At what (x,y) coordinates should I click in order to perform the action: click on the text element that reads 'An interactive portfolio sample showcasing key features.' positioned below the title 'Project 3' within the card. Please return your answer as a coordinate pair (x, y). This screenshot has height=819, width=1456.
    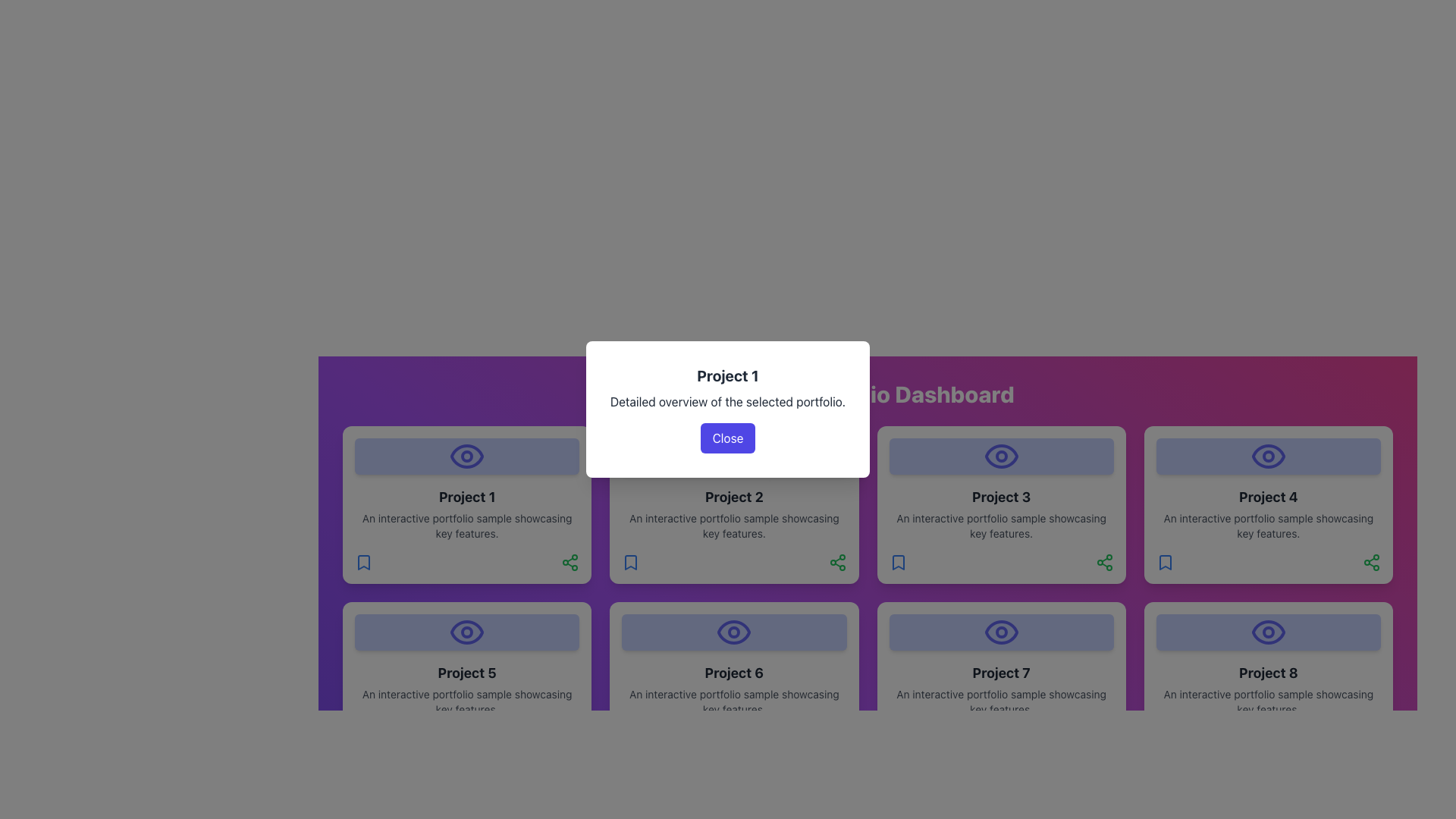
    Looking at the image, I should click on (1001, 526).